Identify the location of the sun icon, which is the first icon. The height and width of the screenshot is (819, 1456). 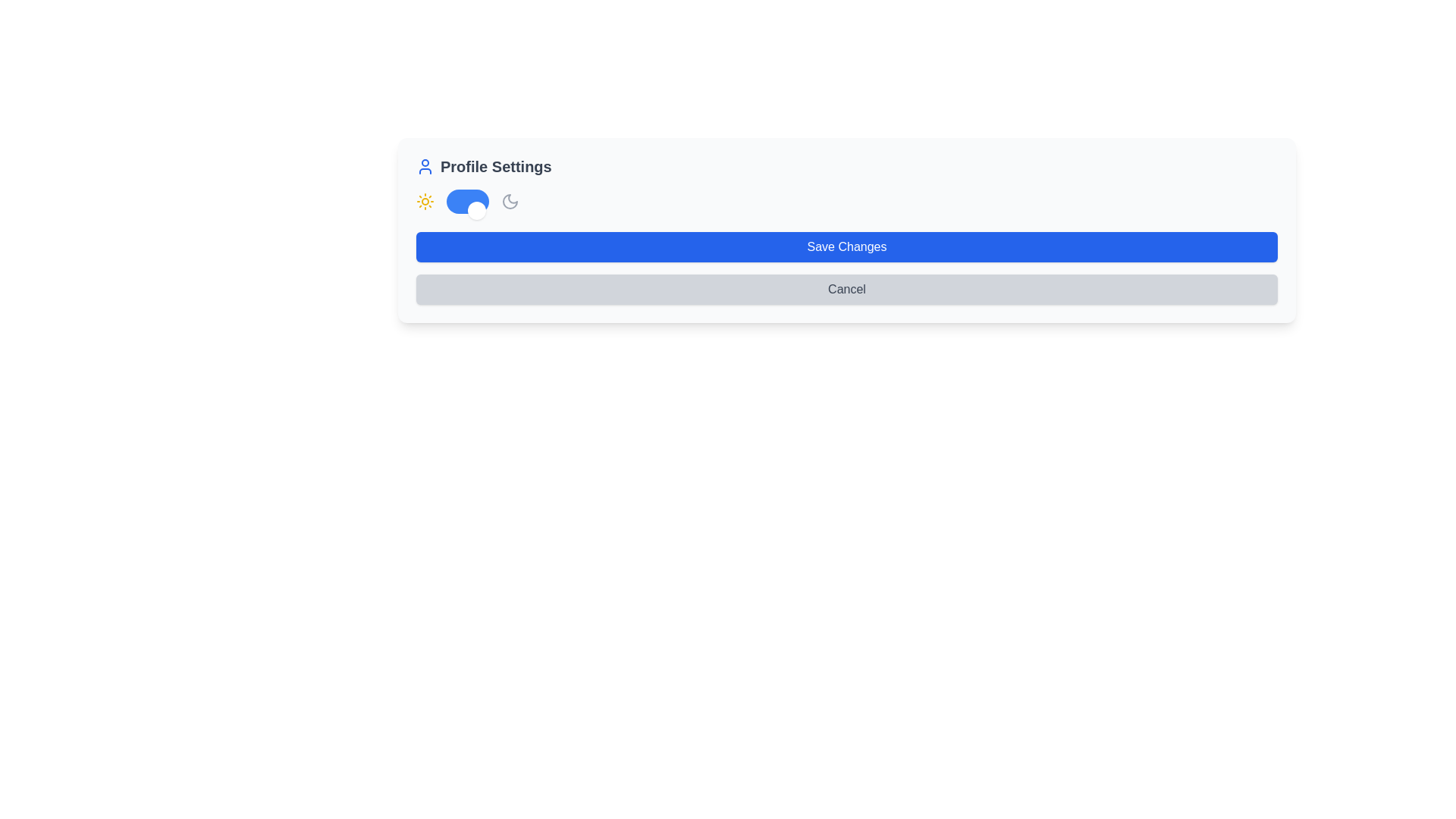
(425, 201).